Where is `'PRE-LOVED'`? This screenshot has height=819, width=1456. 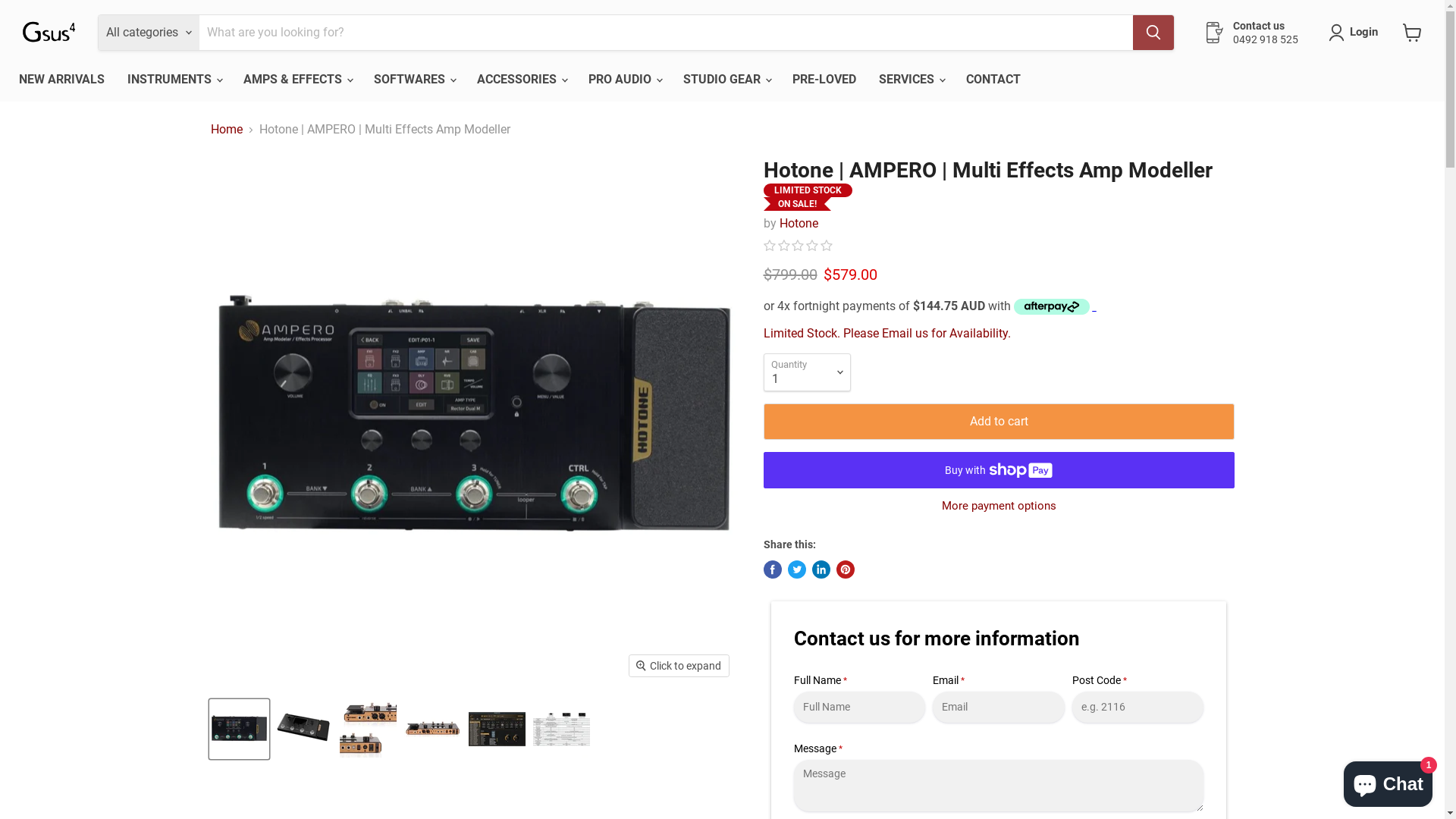 'PRE-LOVED' is located at coordinates (823, 79).